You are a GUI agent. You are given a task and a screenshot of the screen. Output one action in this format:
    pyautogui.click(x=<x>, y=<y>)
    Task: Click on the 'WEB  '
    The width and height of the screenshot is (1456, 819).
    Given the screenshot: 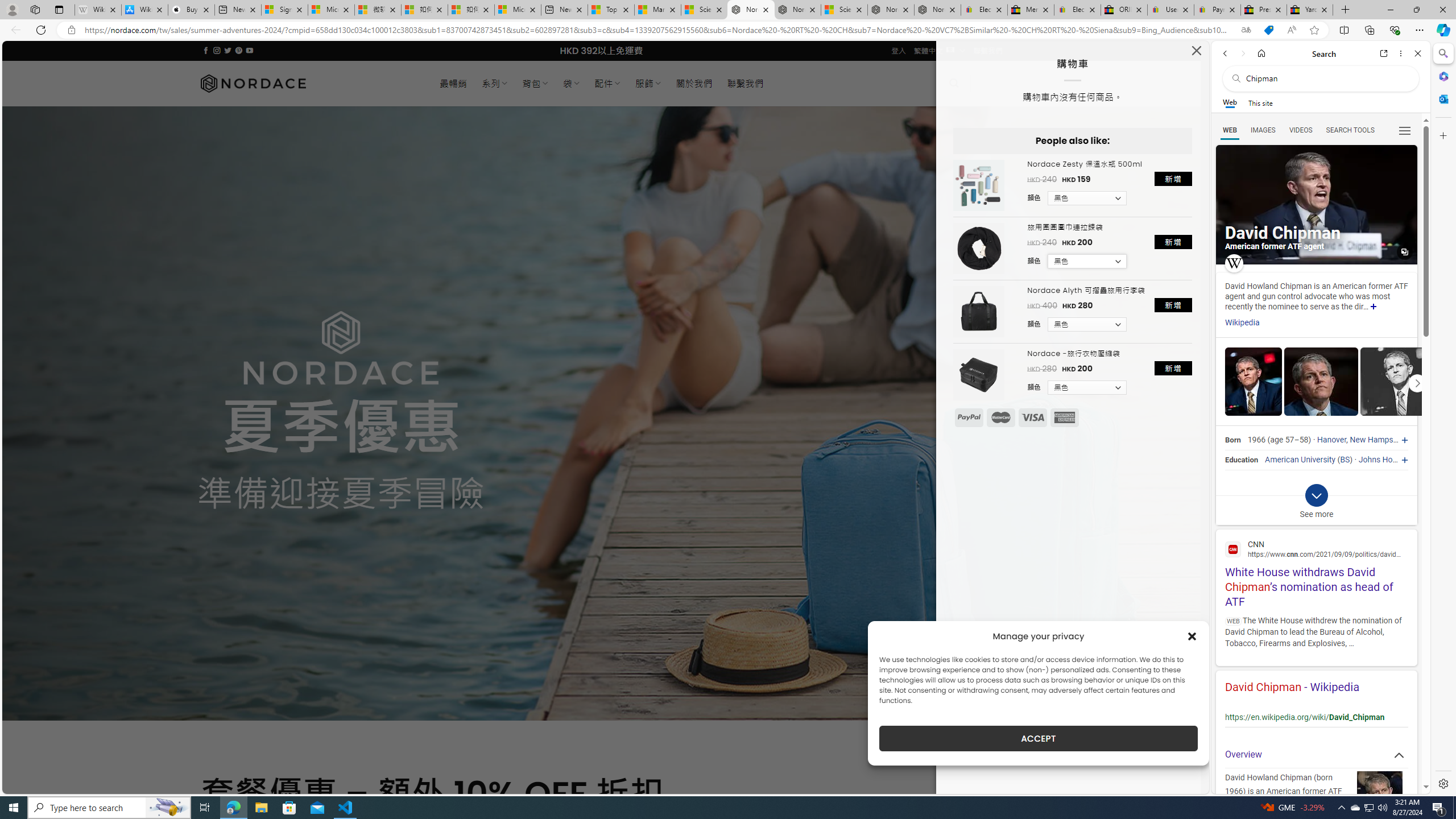 What is the action you would take?
    pyautogui.click(x=1230, y=130)
    